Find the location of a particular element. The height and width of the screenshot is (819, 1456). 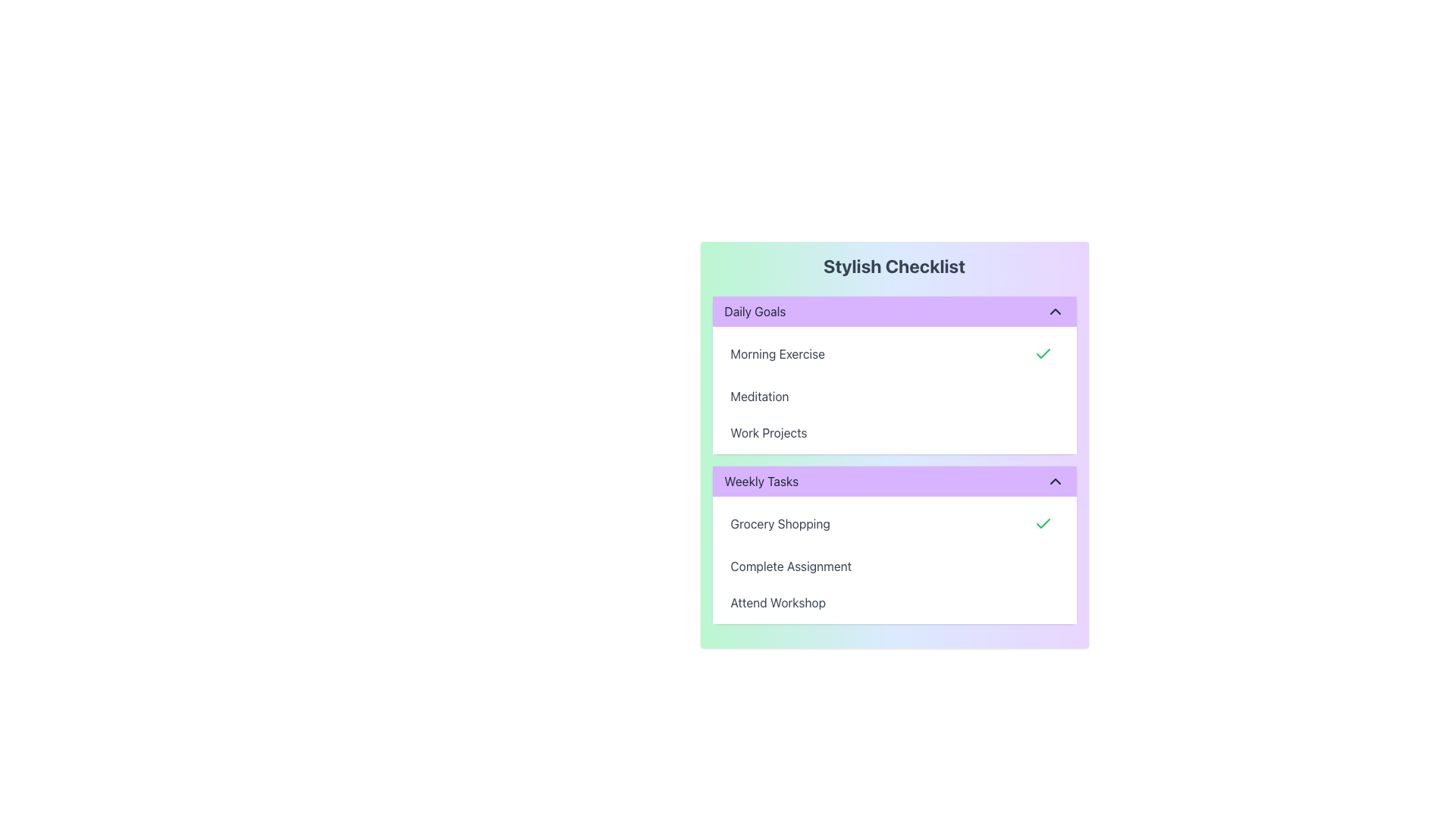

the 'Complete Assignment' task item in the 'Weekly Tasks' section to mark it as complete is located at coordinates (894, 566).